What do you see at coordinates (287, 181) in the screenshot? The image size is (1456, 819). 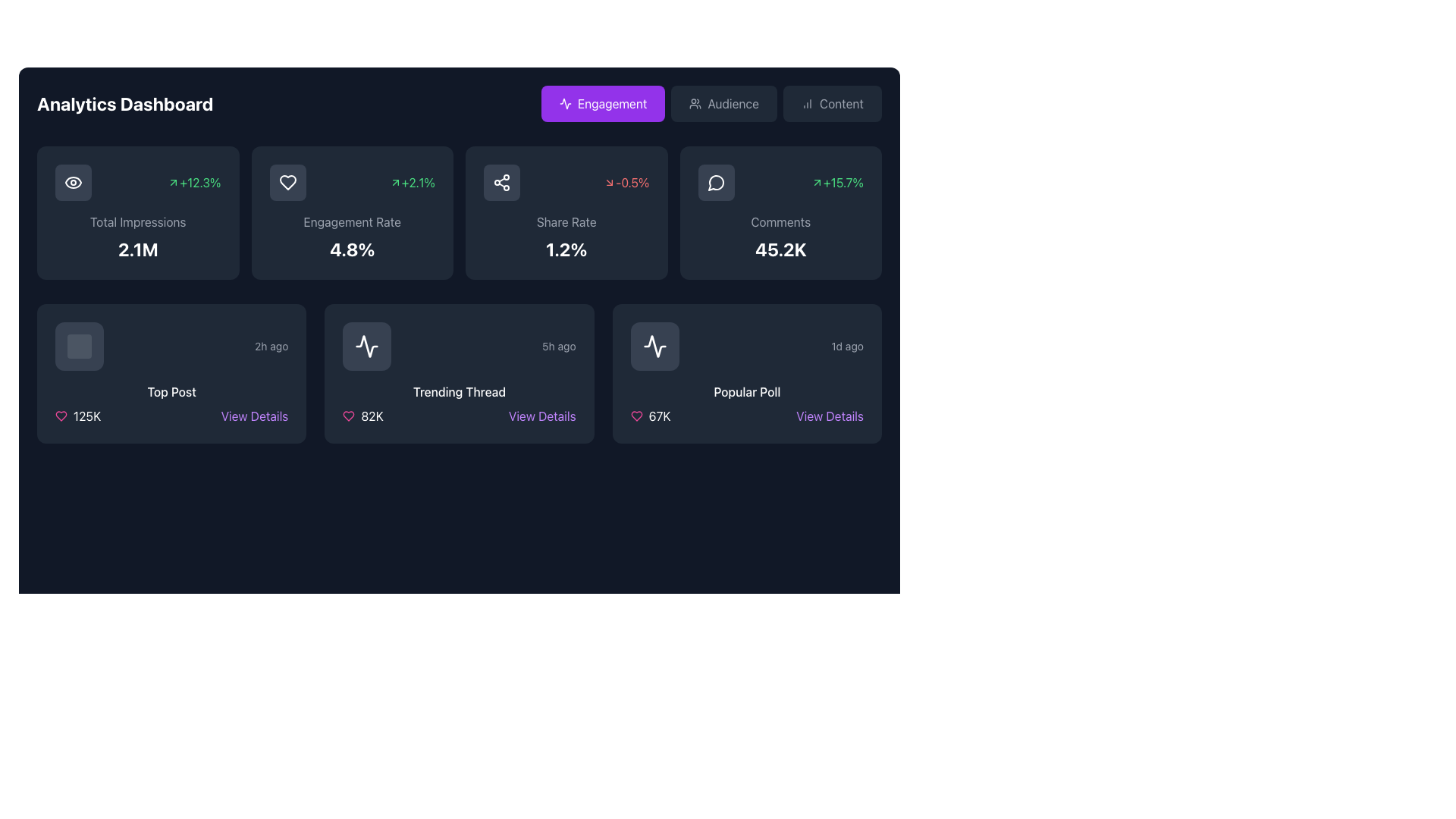 I see `the user engagement icon located in the second card from the left in the top row of the analytics dashboard` at bounding box center [287, 181].